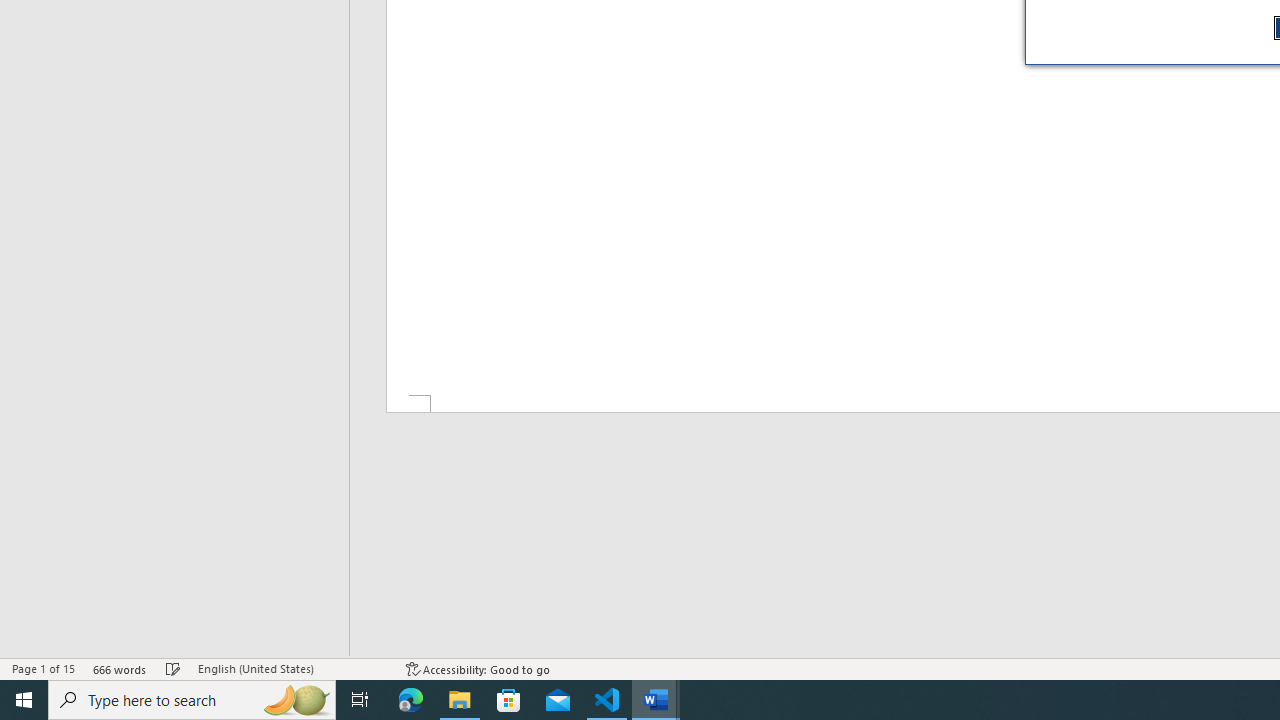 This screenshot has width=1280, height=720. I want to click on 'Spelling and Grammar Check Checking', so click(173, 669).